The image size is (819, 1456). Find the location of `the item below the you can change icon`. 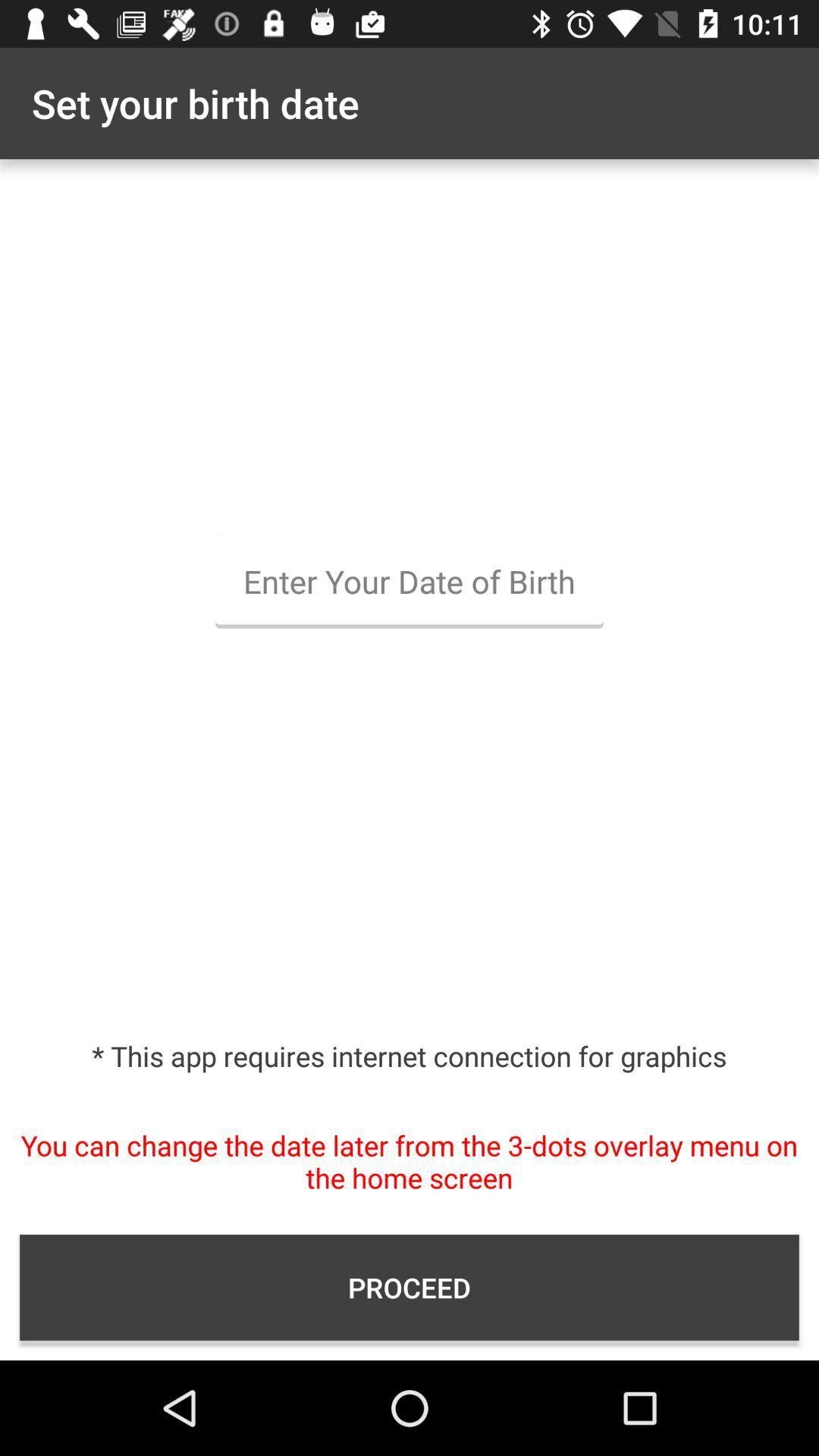

the item below the you can change icon is located at coordinates (409, 1287).